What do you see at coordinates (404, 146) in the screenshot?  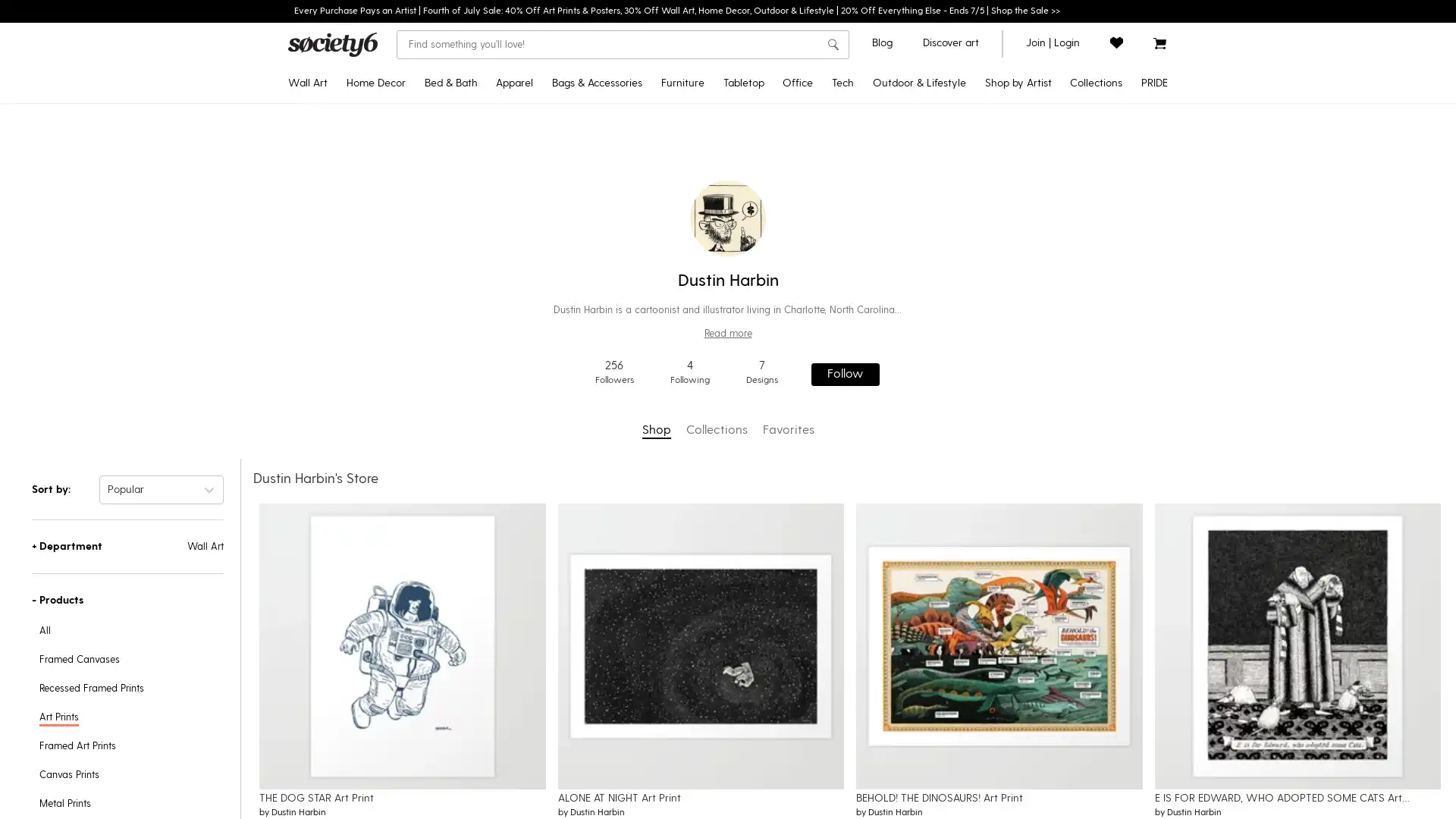 I see `Throw Pillows` at bounding box center [404, 146].